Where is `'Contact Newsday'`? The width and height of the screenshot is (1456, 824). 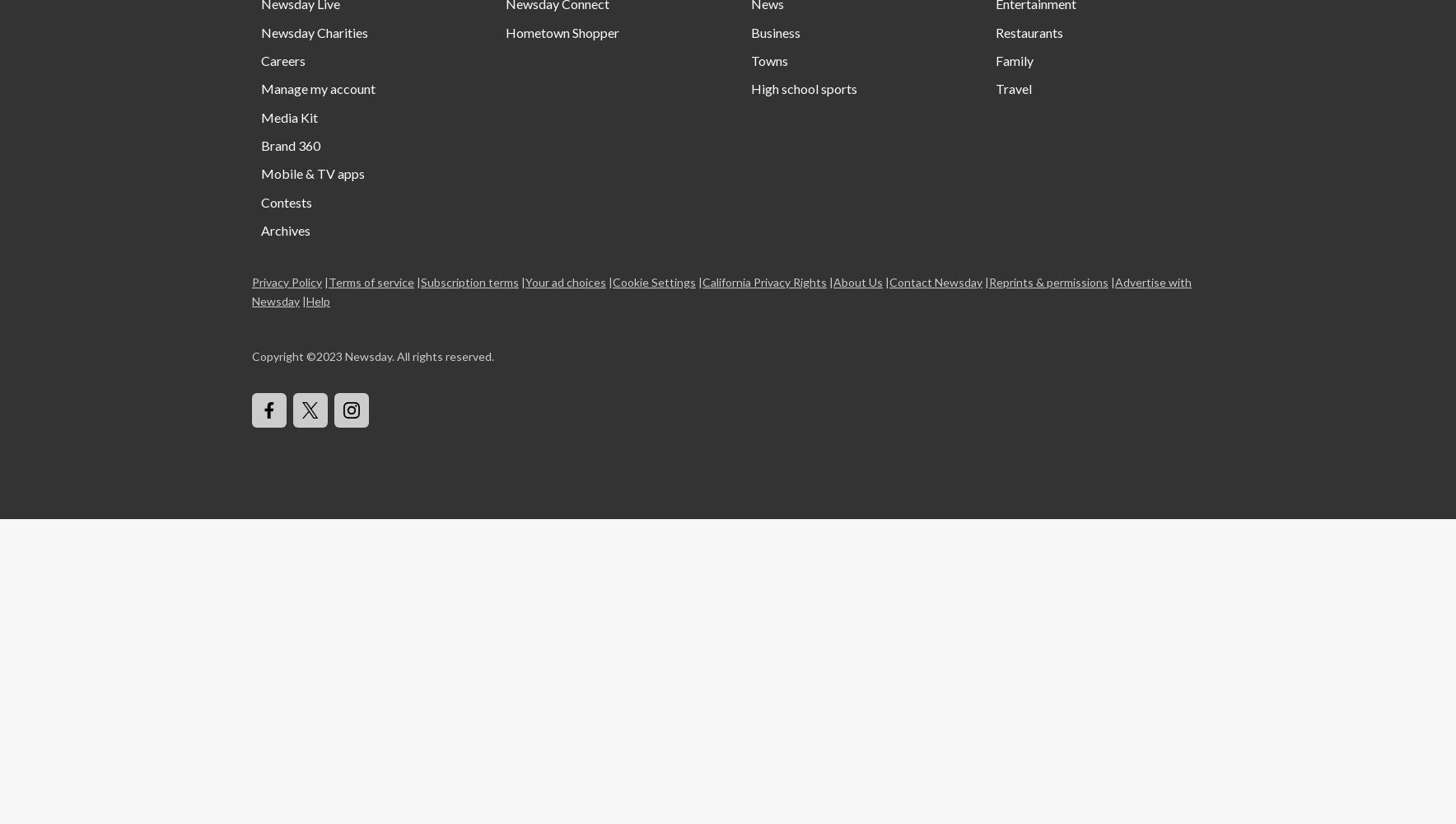
'Contact Newsday' is located at coordinates (936, 280).